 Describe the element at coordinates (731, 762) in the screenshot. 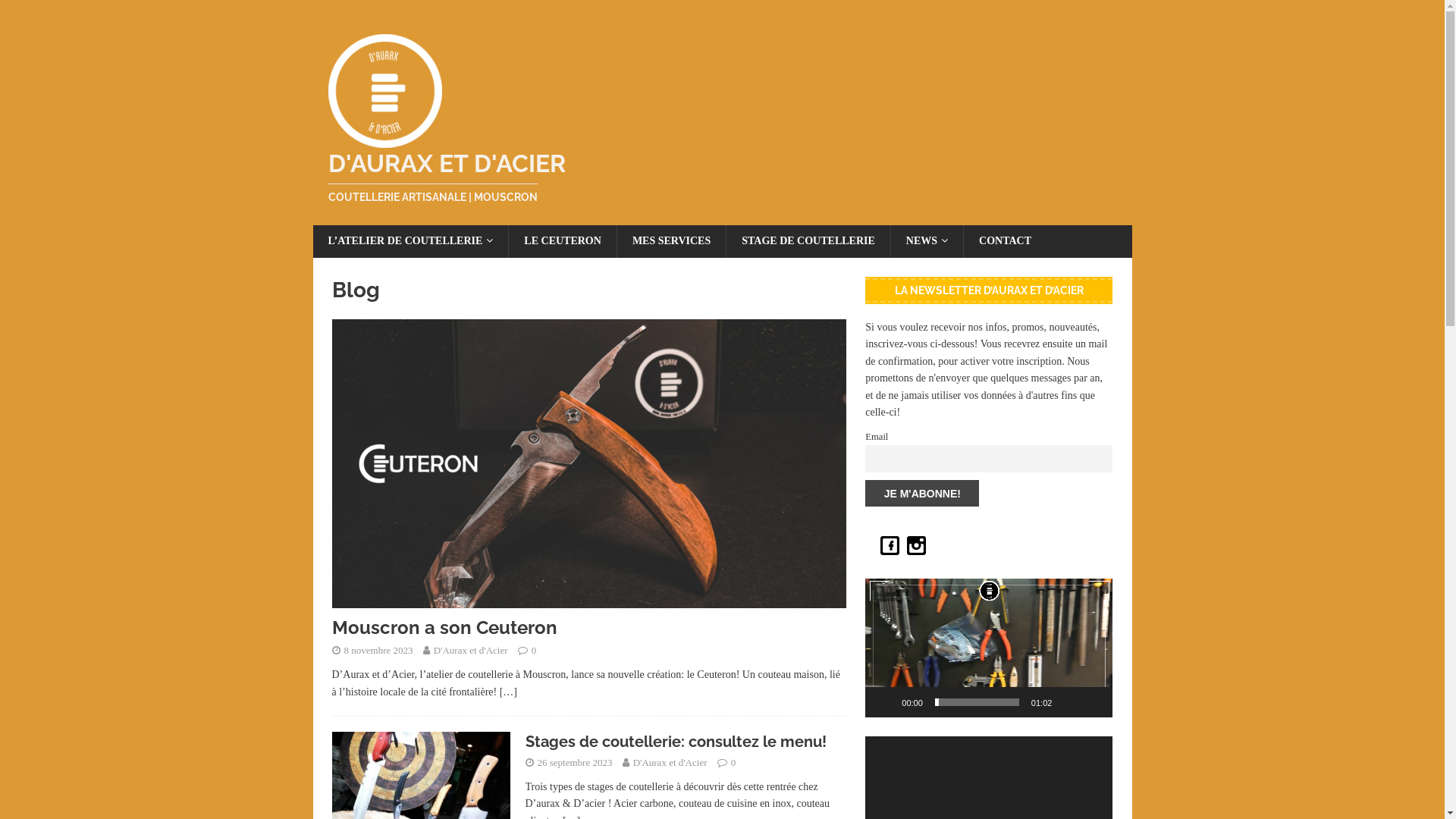

I see `'0'` at that location.